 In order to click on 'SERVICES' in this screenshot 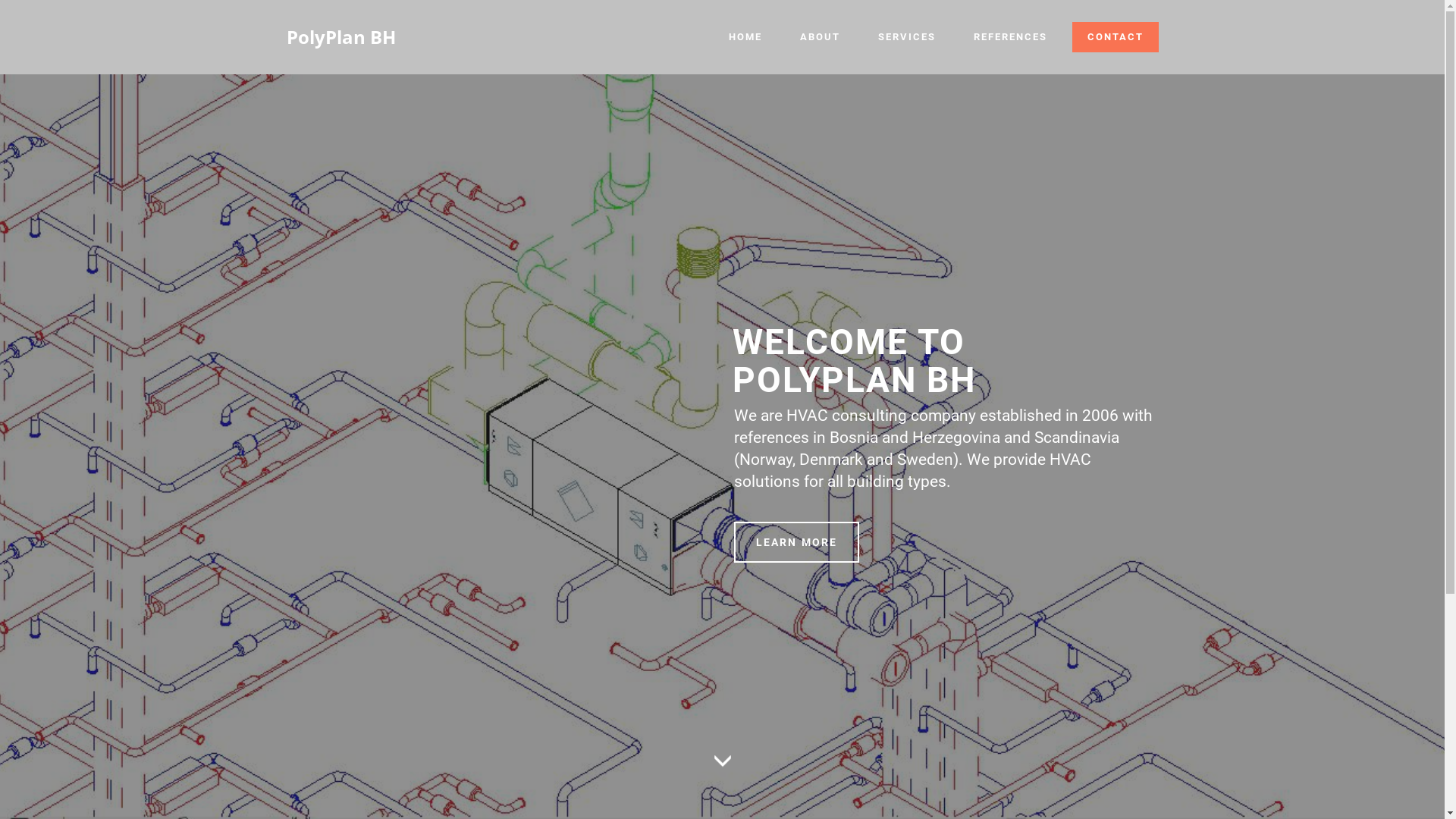, I will do `click(906, 36)`.